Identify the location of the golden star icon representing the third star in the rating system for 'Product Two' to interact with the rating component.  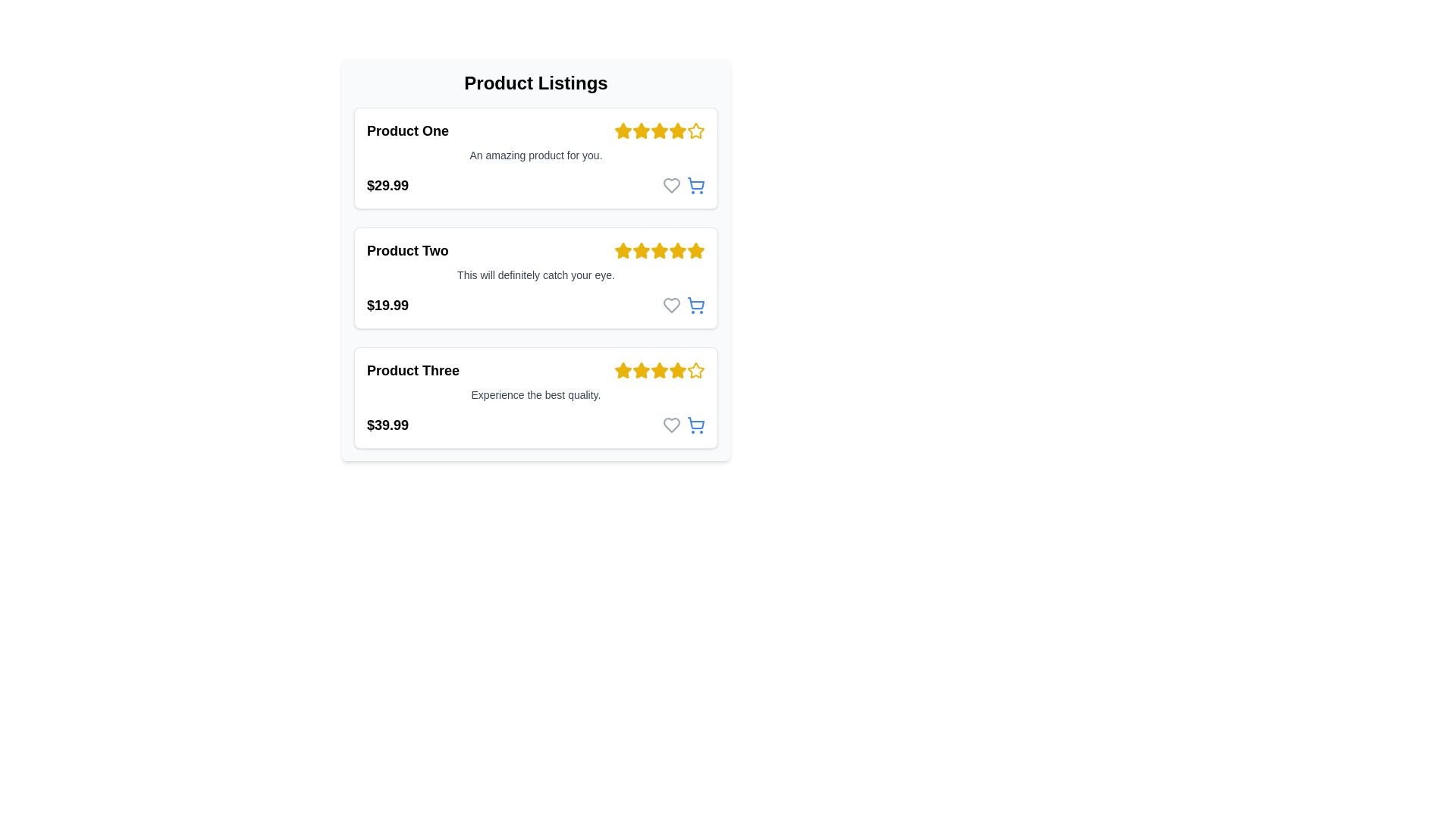
(641, 249).